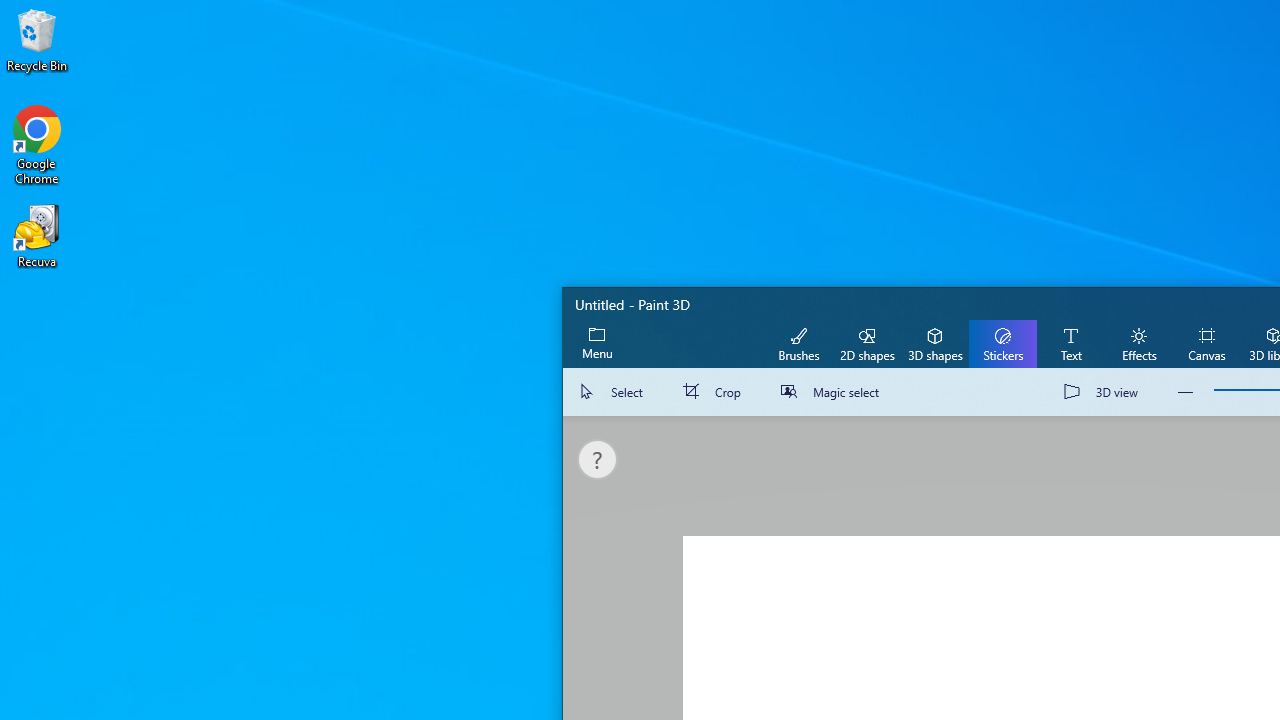 The image size is (1280, 720). Describe the element at coordinates (798, 342) in the screenshot. I see `'Brushes'` at that location.